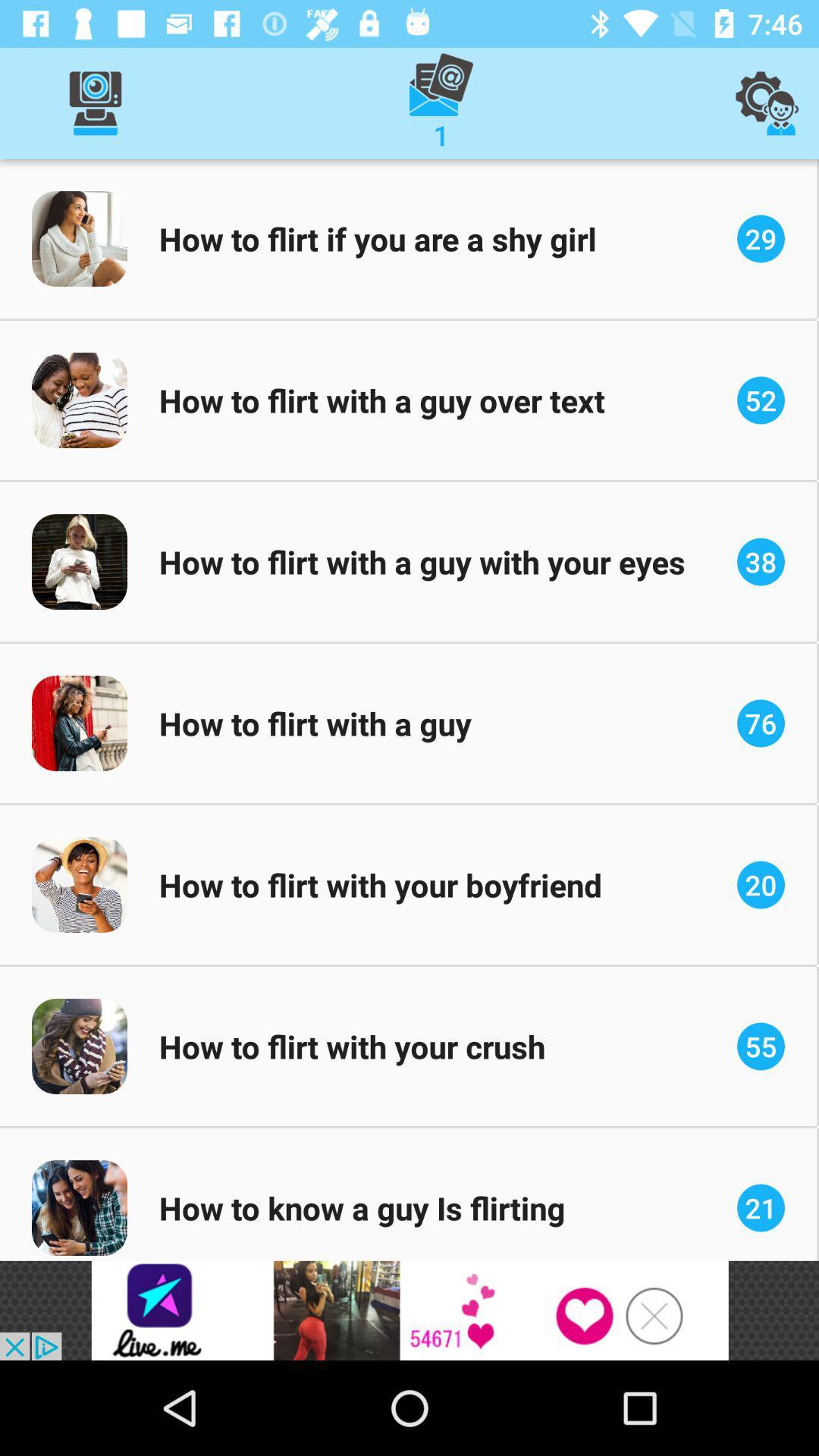 The height and width of the screenshot is (1456, 819). I want to click on the image which is before how to flirt with a guy on the page, so click(79, 723).